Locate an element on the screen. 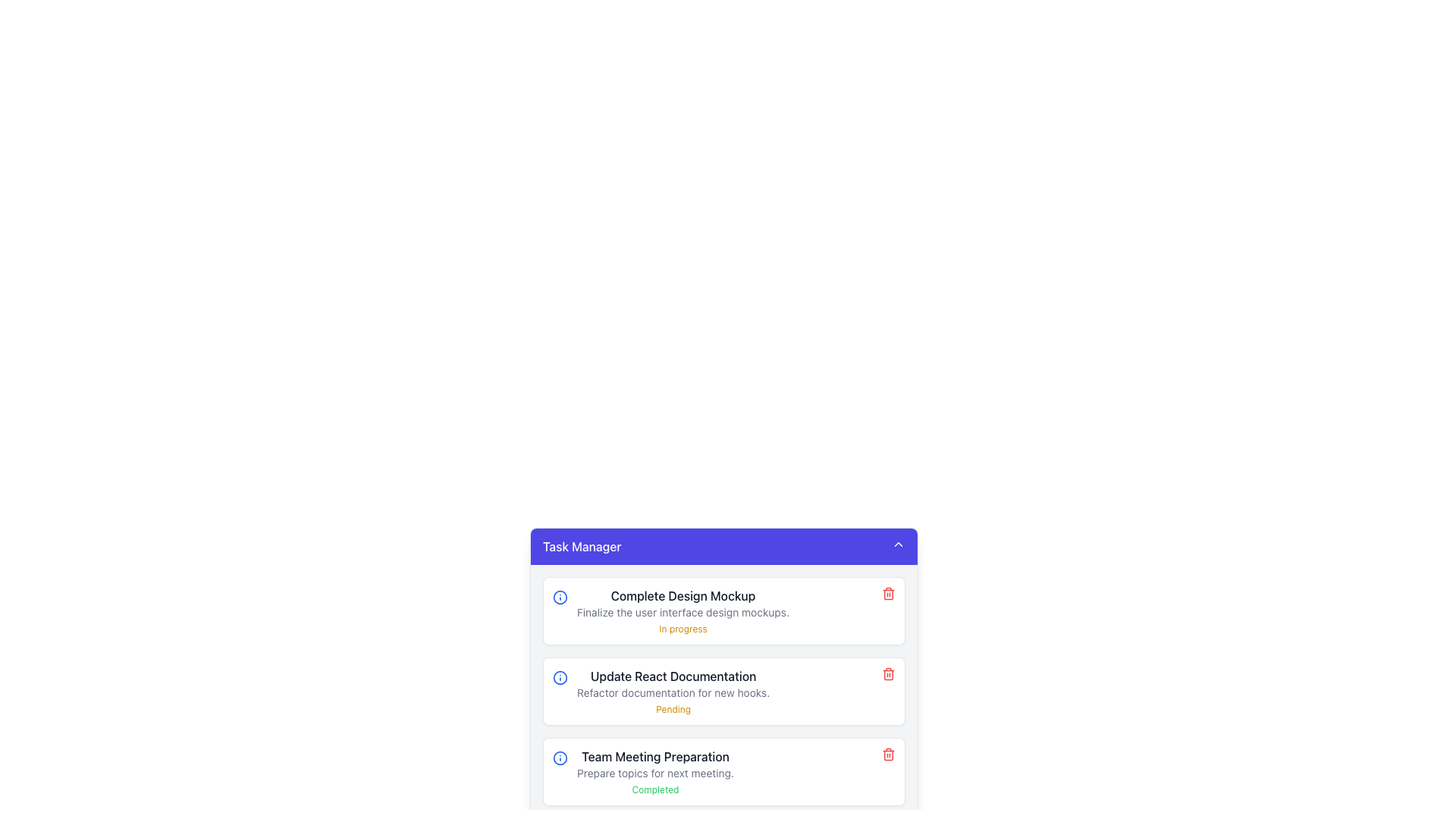 Image resolution: width=1456 pixels, height=819 pixels. the Text Label indicating the current status of the associated task as being pending, which is located within the second task card of the task list in the 'Task Manager' interface is located at coordinates (673, 710).